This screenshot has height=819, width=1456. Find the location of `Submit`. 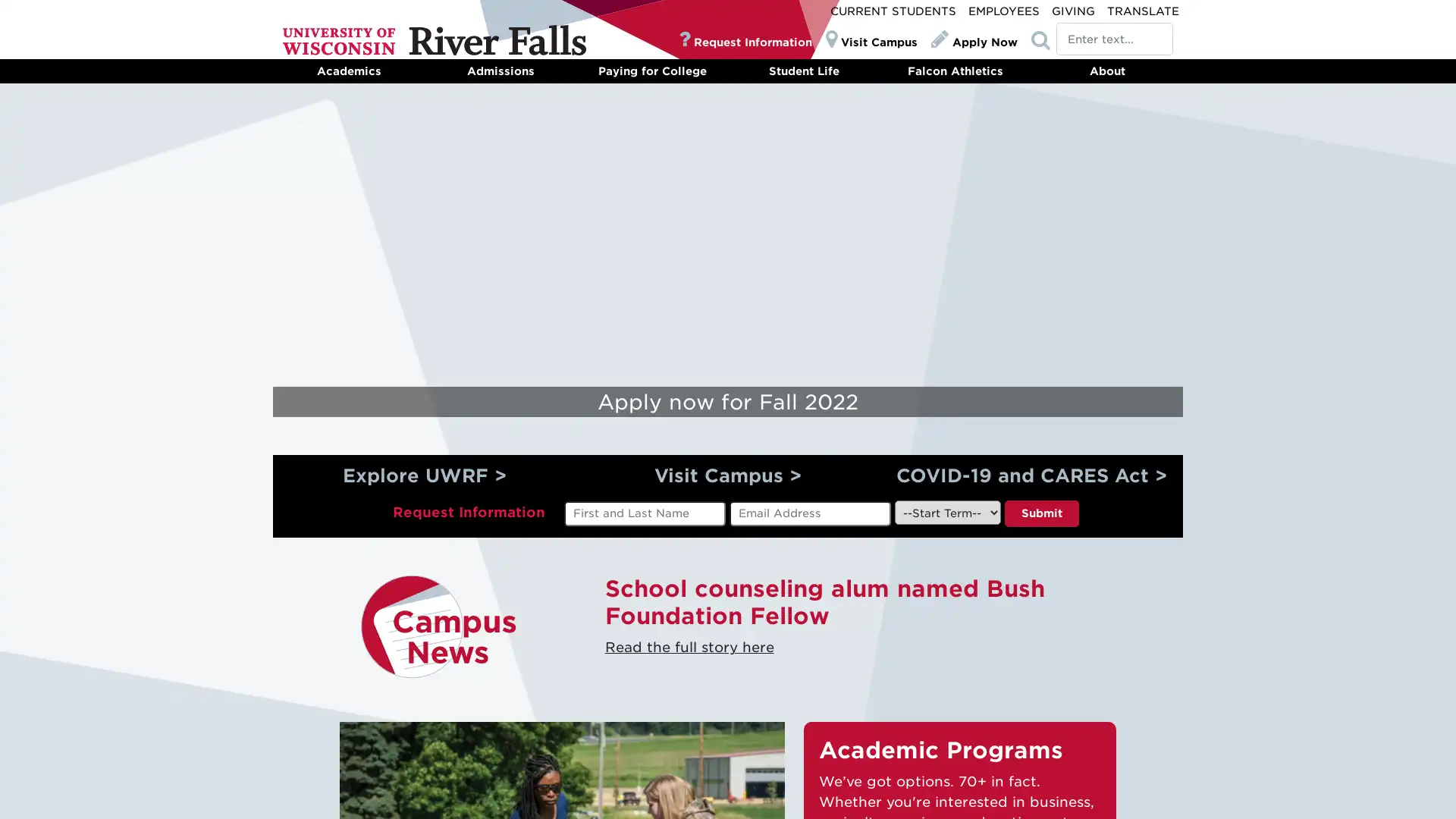

Submit is located at coordinates (1040, 513).